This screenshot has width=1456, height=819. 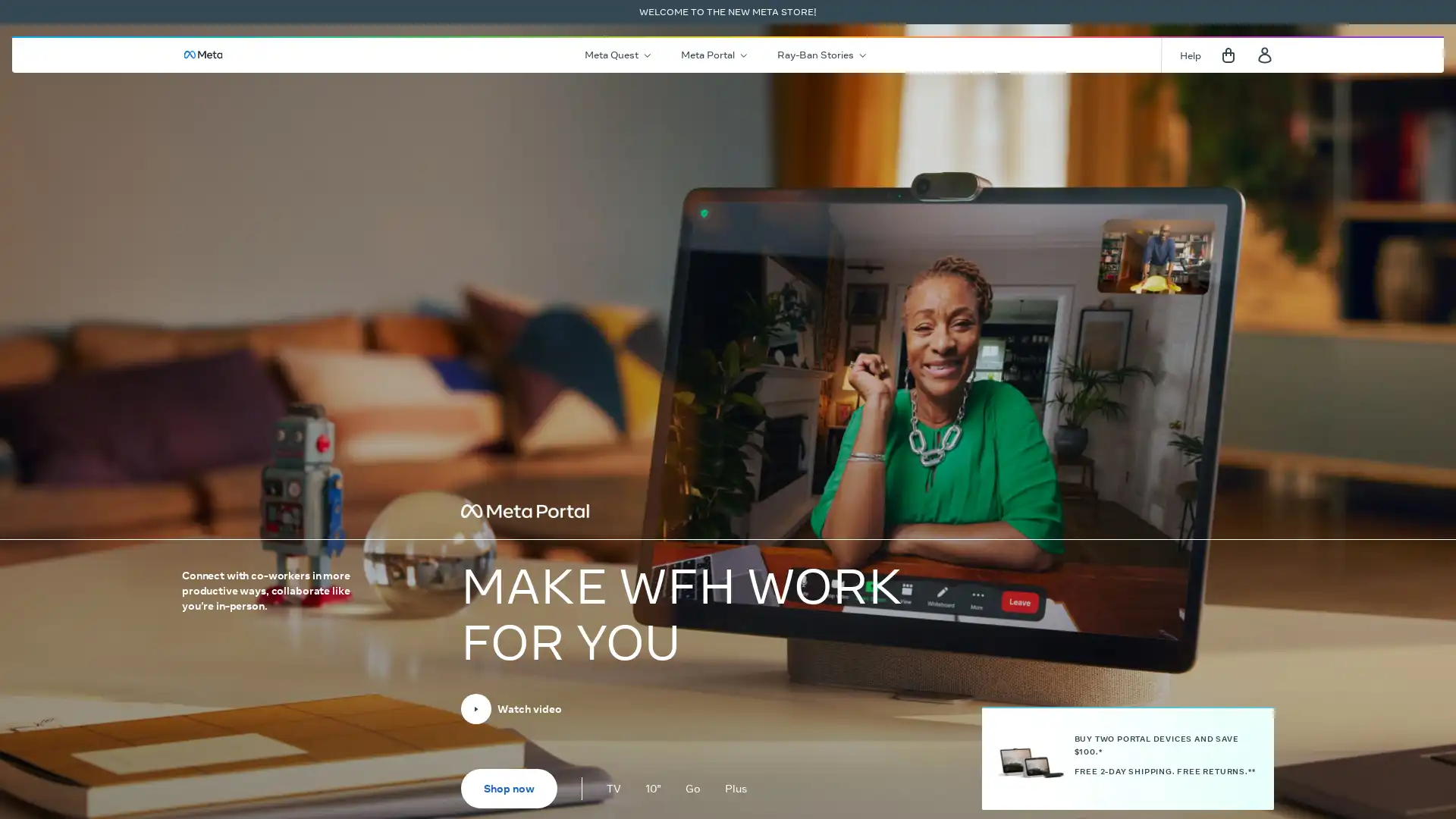 I want to click on Ray-Ban Stories, so click(x=820, y=54).